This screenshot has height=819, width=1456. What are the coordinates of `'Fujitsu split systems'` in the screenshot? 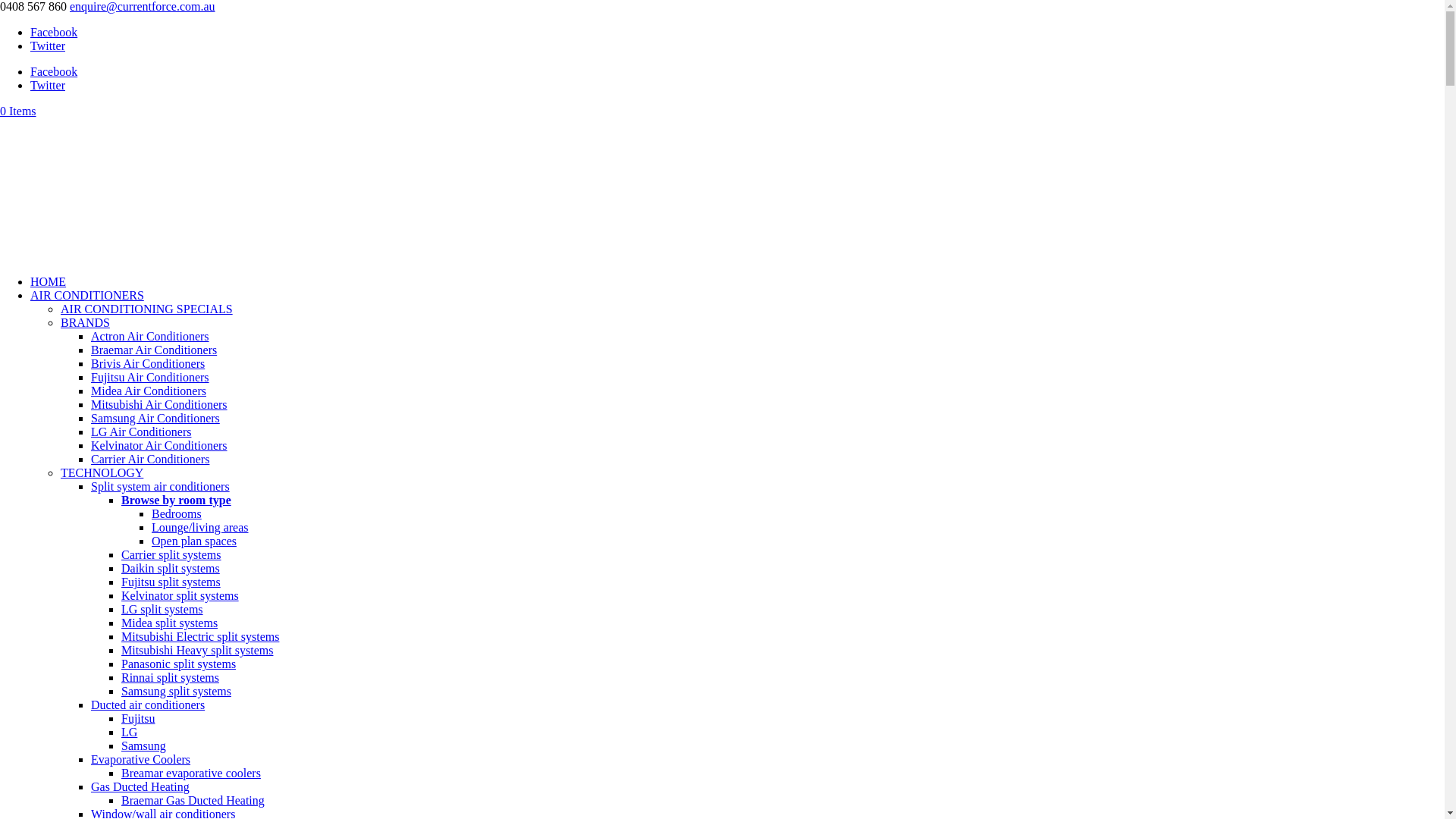 It's located at (171, 581).